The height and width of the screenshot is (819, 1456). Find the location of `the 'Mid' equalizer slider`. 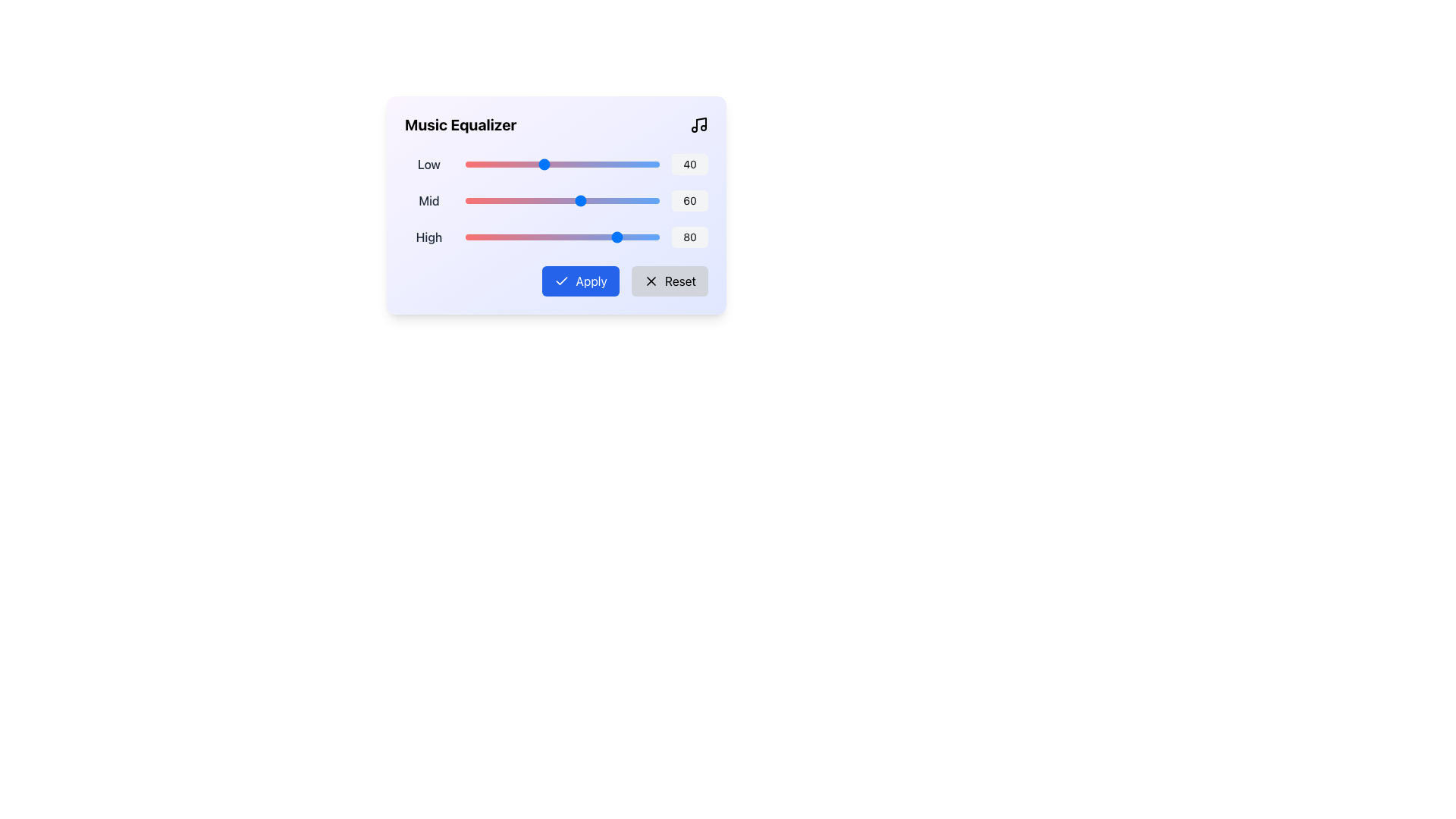

the 'Mid' equalizer slider is located at coordinates (506, 200).